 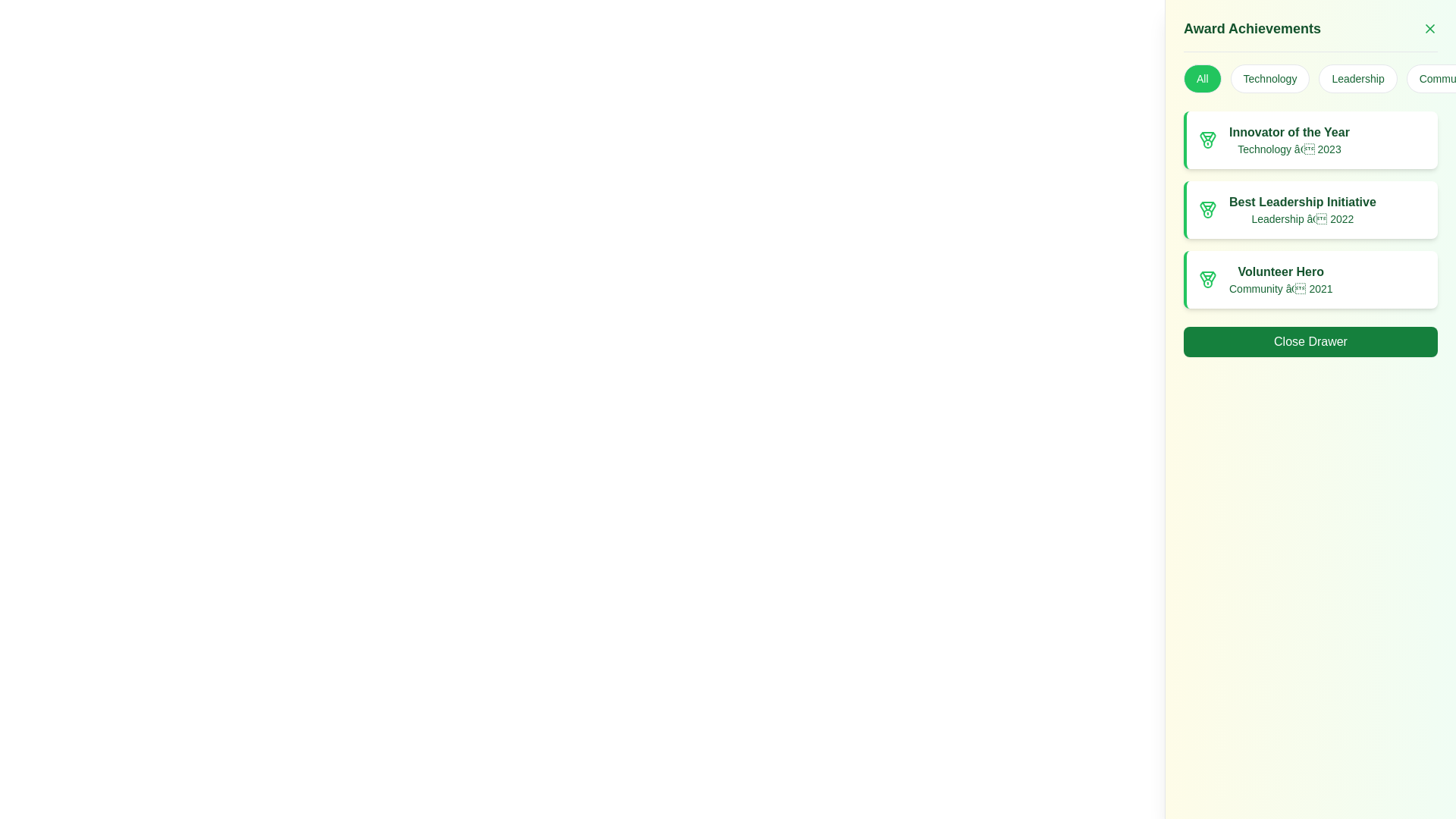 What do you see at coordinates (1288, 149) in the screenshot?
I see `the green text label reading 'Technology – 2023', which is a subheading under the bold title 'Innovator of the Year' in the 'Award Achievements' section` at bounding box center [1288, 149].